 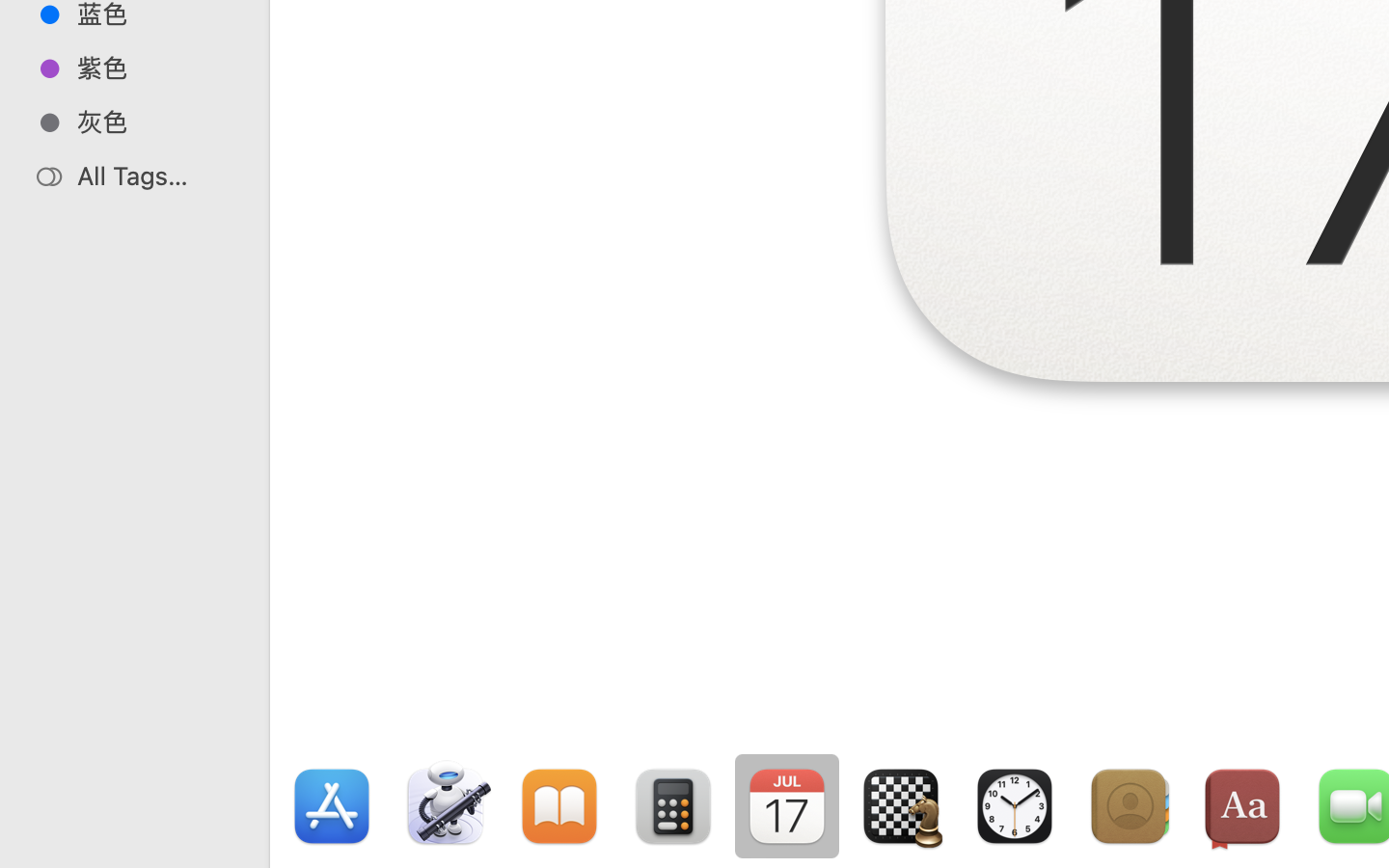 What do you see at coordinates (153, 67) in the screenshot?
I see `'紫色'` at bounding box center [153, 67].